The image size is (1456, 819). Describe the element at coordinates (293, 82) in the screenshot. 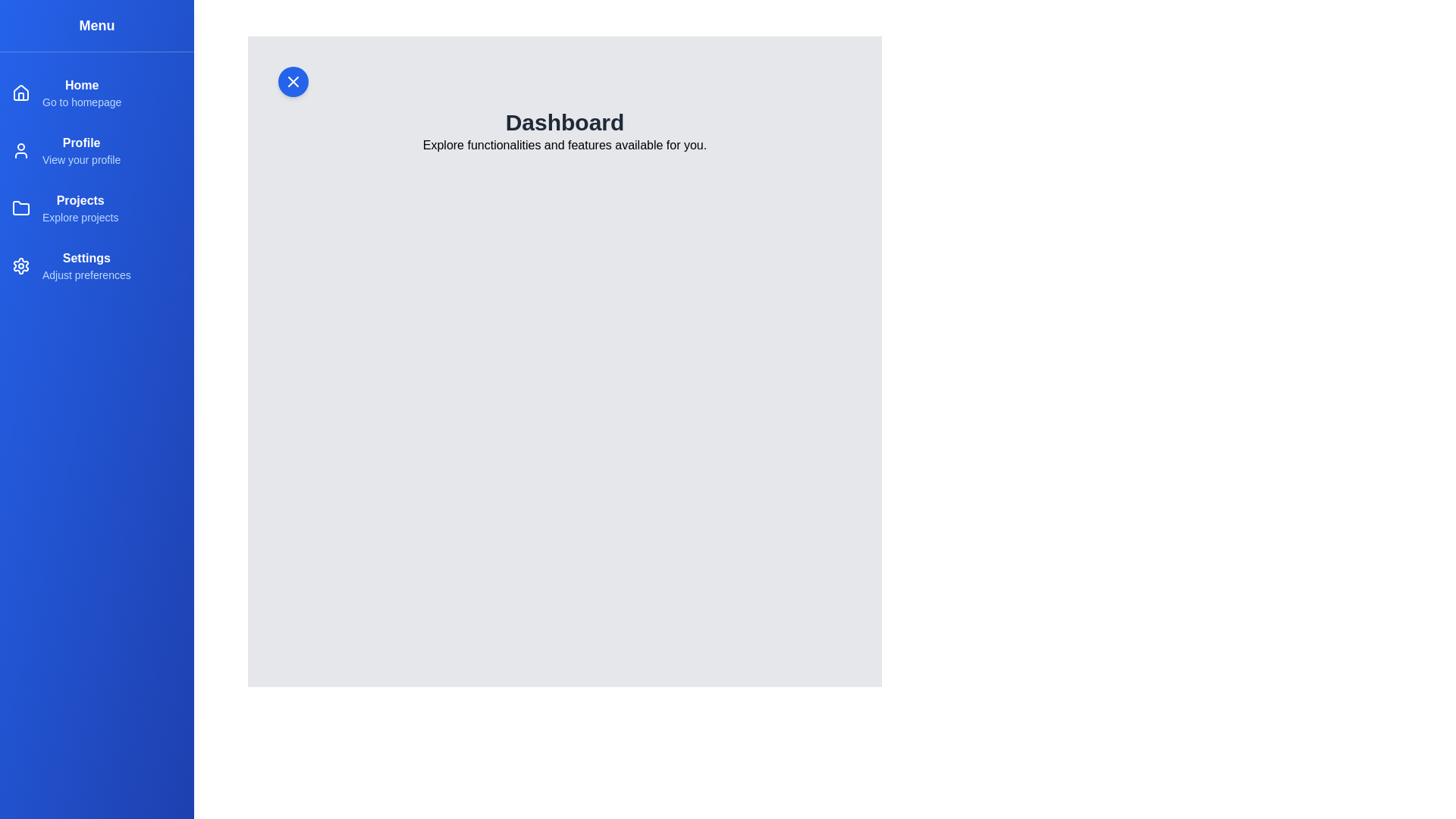

I see `the close button to hide the drawer` at that location.